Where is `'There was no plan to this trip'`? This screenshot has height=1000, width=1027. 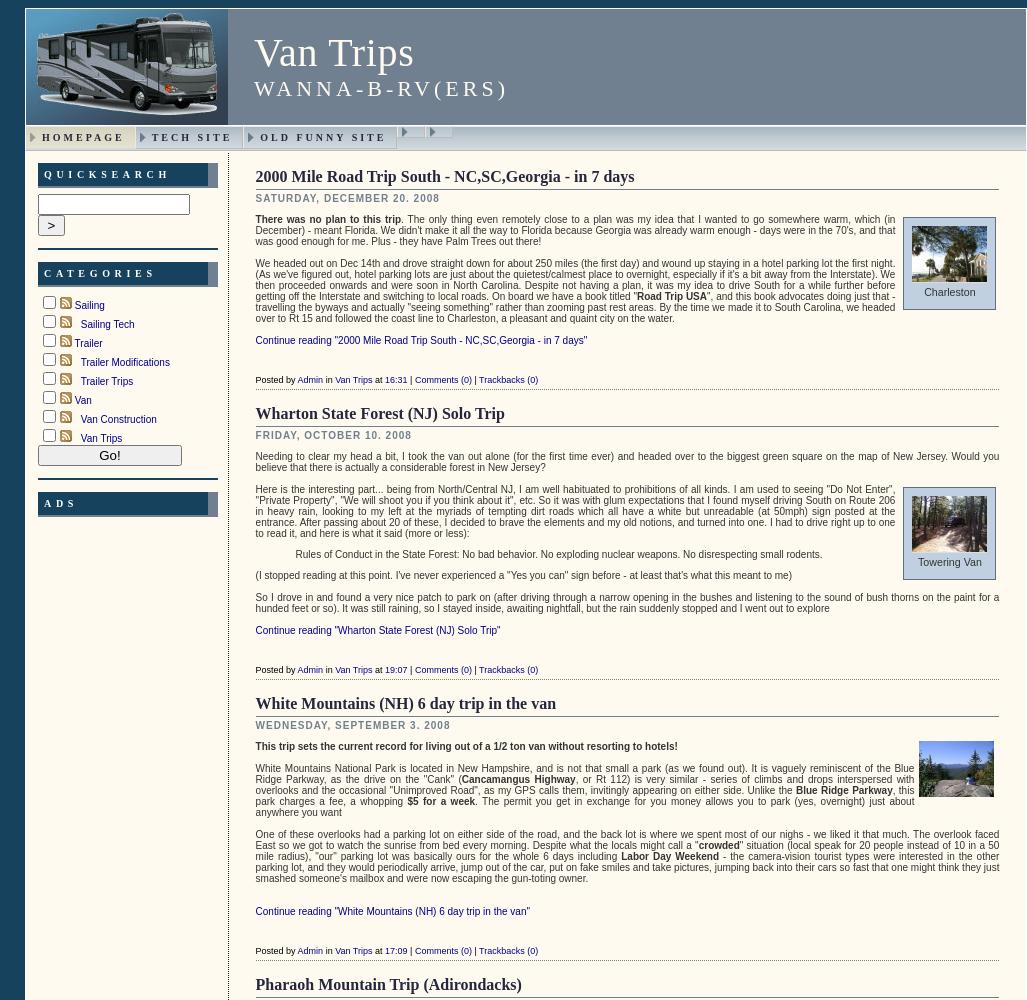 'There was no plan to this trip' is located at coordinates (255, 217).